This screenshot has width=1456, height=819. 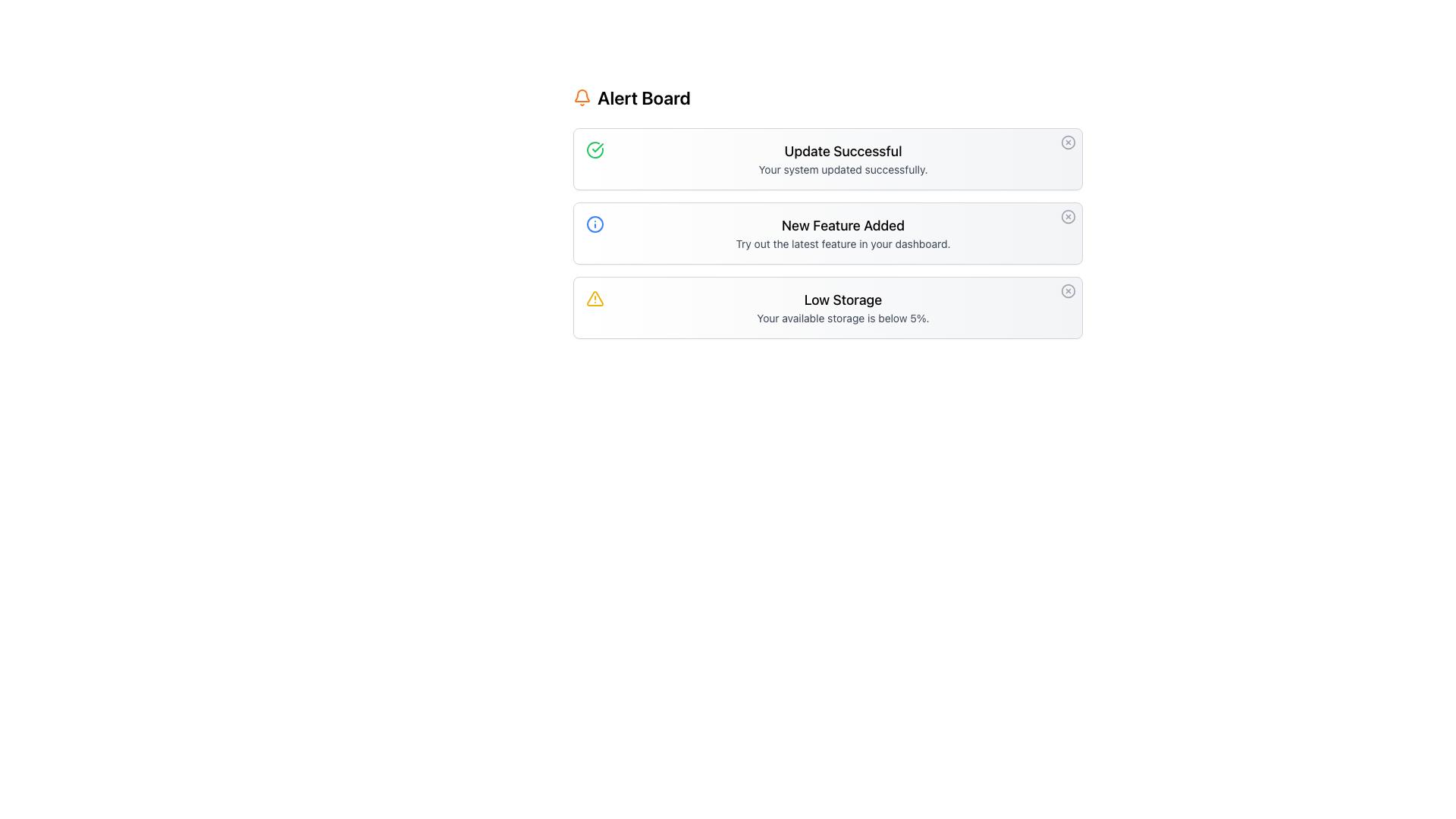 I want to click on 'Low Storage' notification, which is the third alert in the 'Alert Board' section, displaying a warning about storage availability, so click(x=843, y=307).